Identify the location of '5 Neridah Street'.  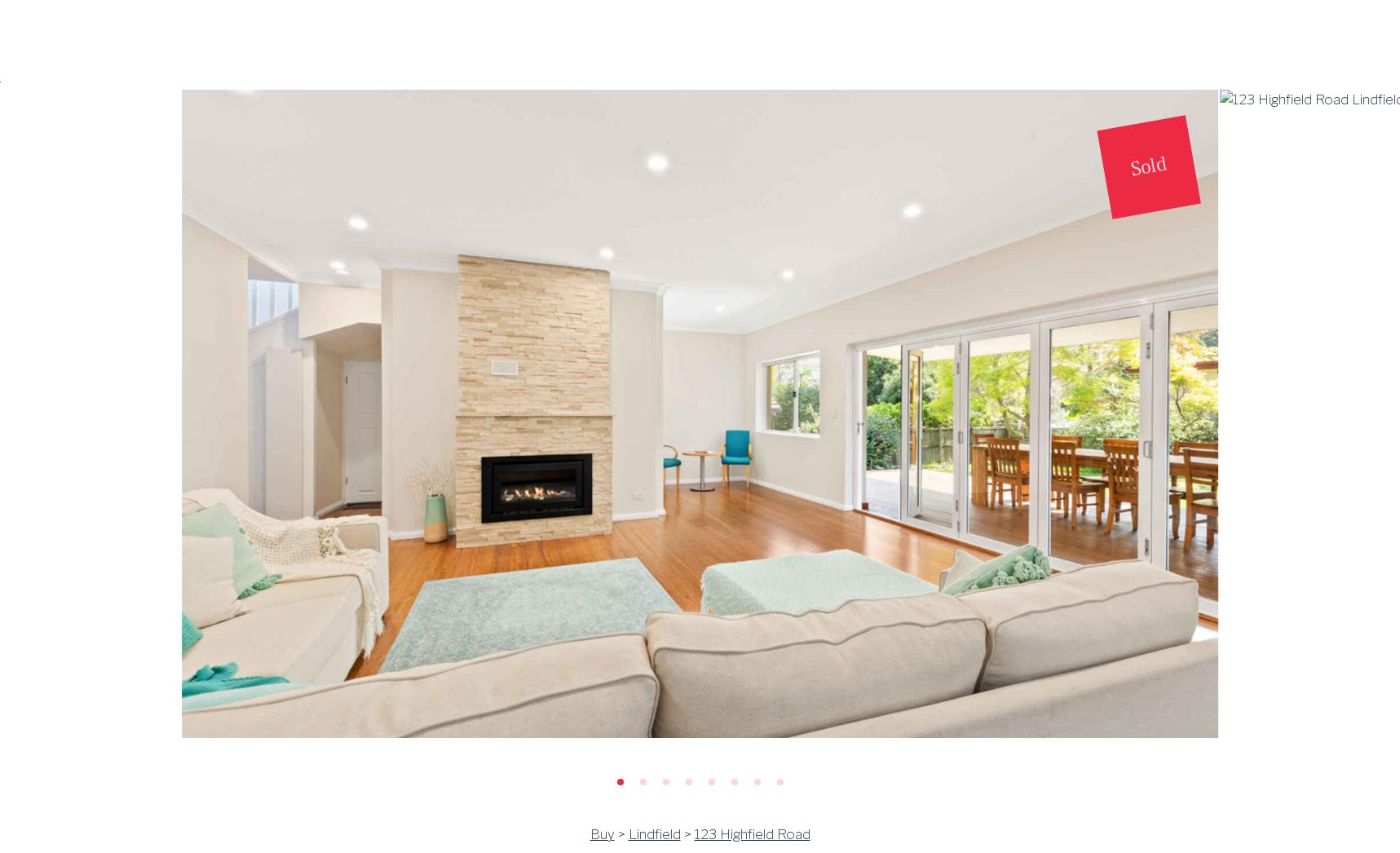
(325, 304).